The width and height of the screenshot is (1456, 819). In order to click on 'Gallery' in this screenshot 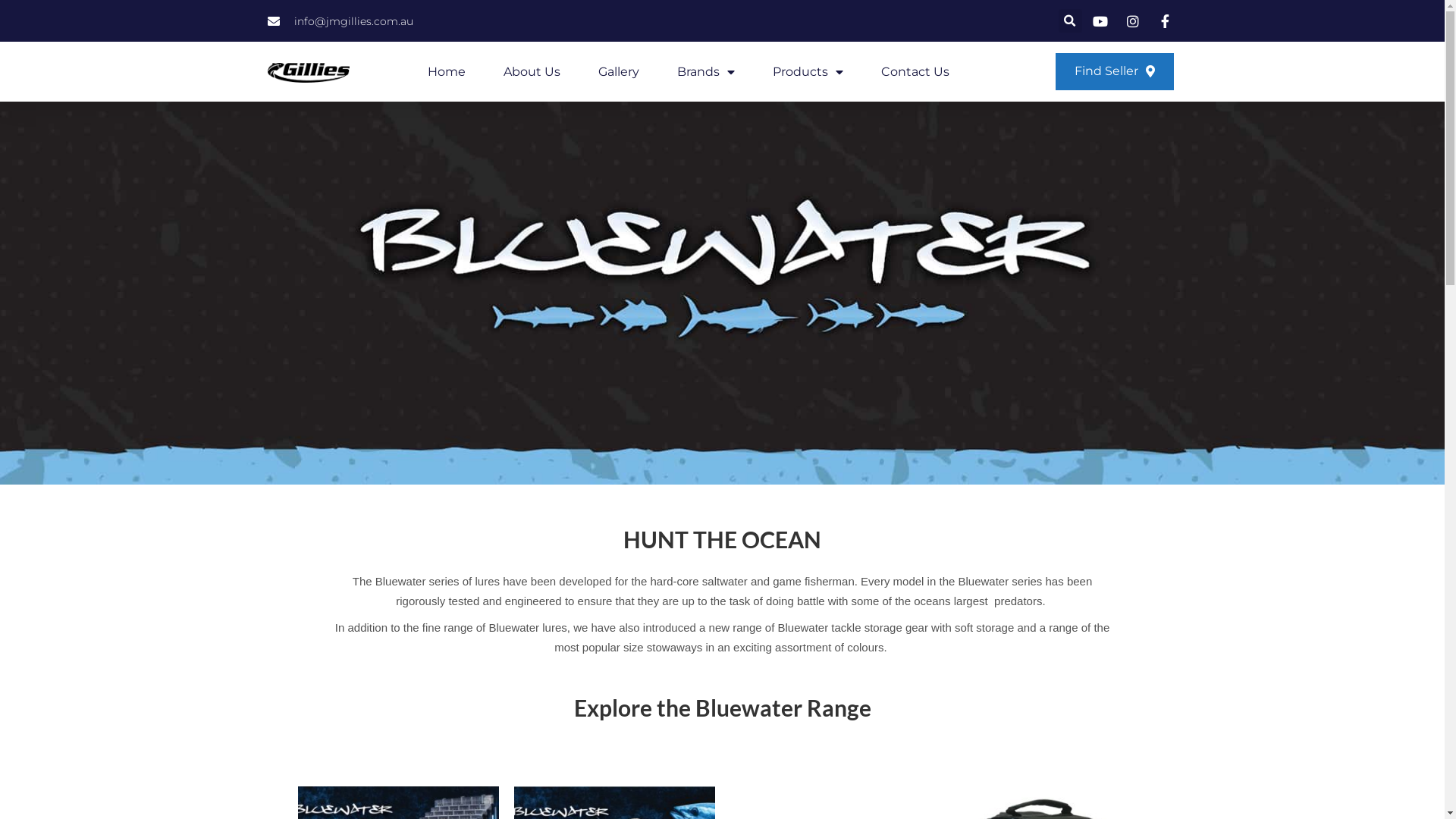, I will do `click(619, 72)`.